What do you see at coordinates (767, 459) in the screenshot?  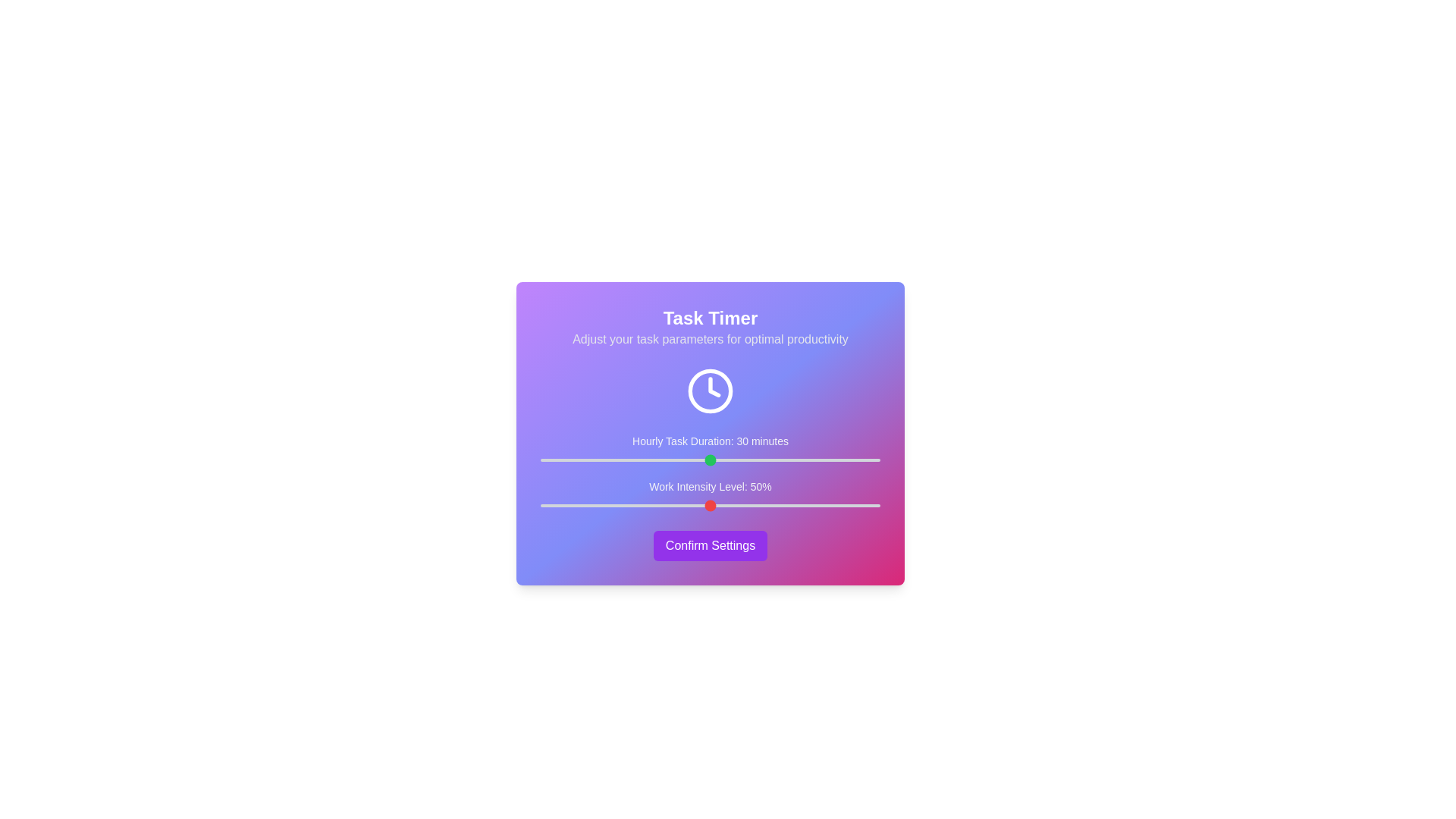 I see `the 'Hourly Task Duration' slider to 40 minutes` at bounding box center [767, 459].